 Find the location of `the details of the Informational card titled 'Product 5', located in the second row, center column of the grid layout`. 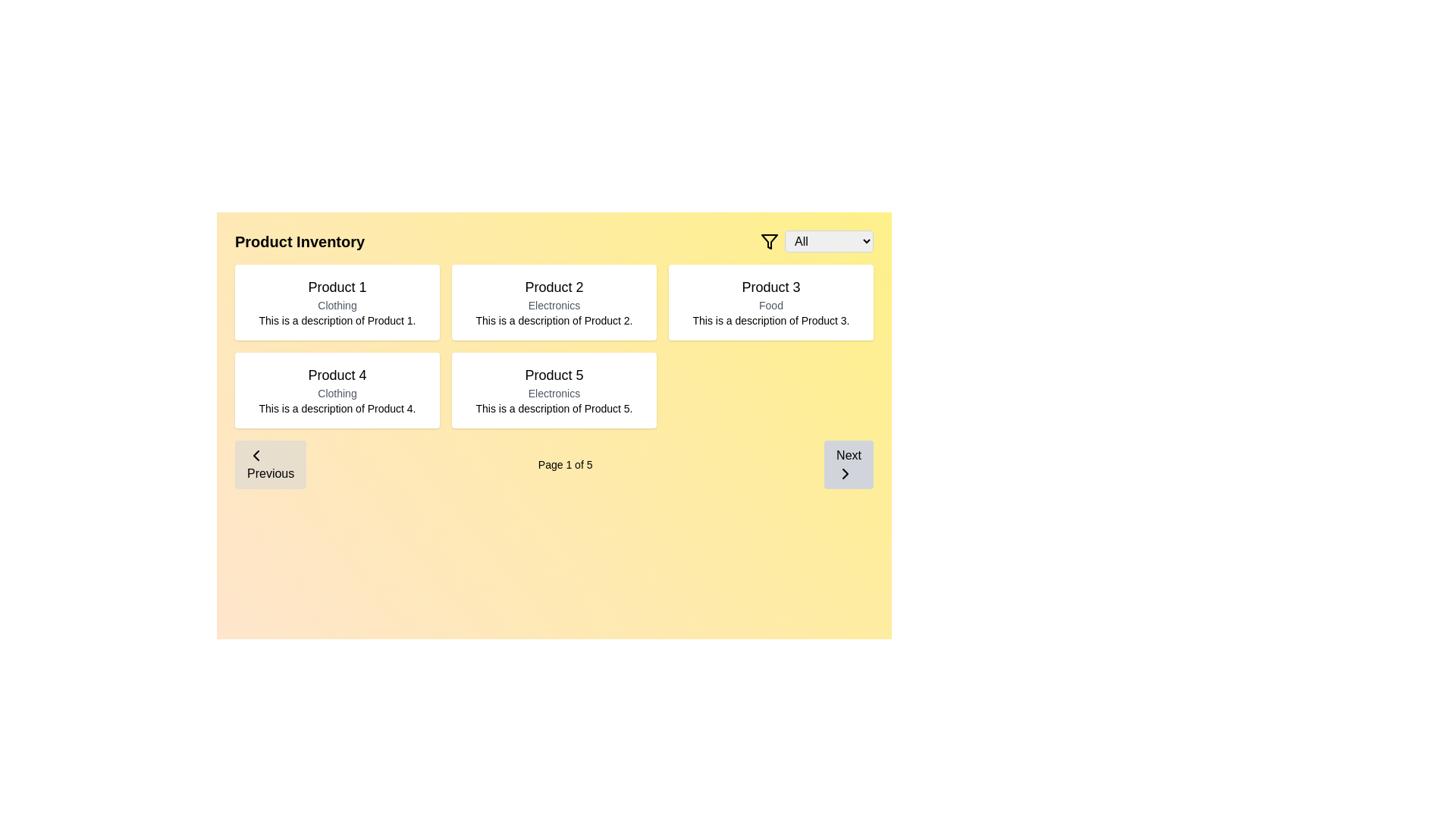

the details of the Informational card titled 'Product 5', located in the second row, center column of the grid layout is located at coordinates (553, 390).